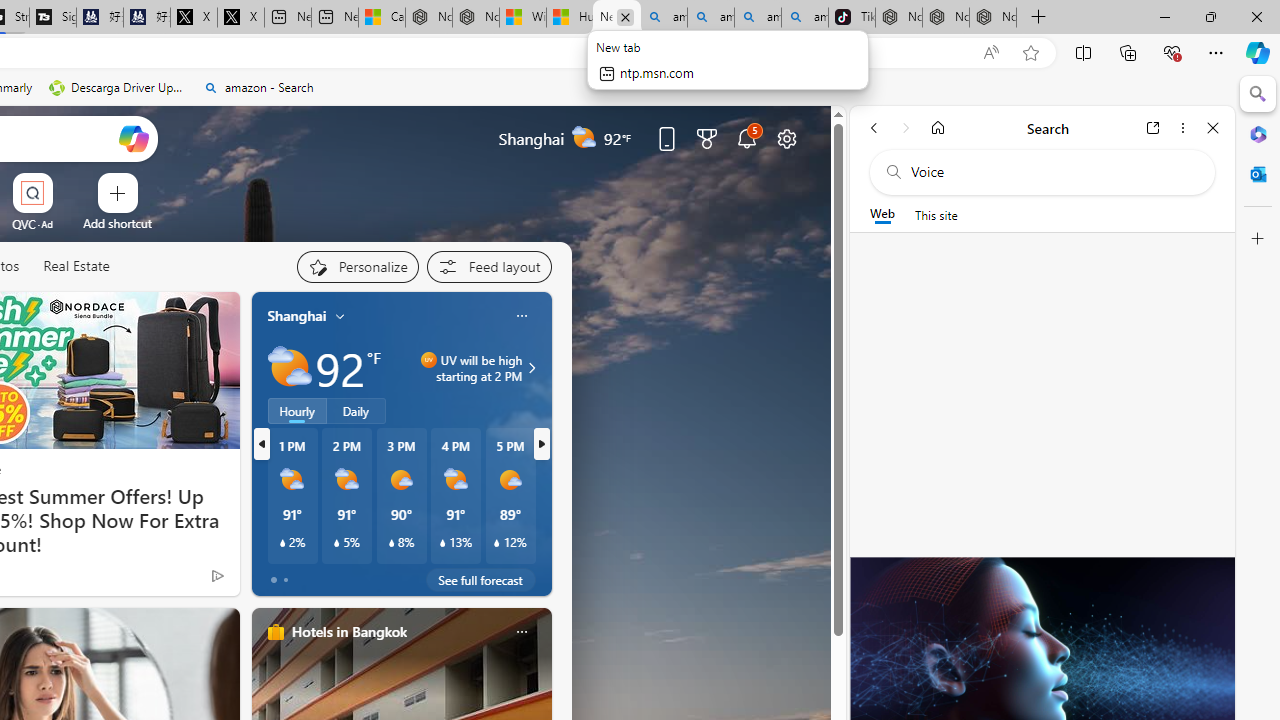  I want to click on 'Class: weather-arrow-glyph', so click(531, 367).